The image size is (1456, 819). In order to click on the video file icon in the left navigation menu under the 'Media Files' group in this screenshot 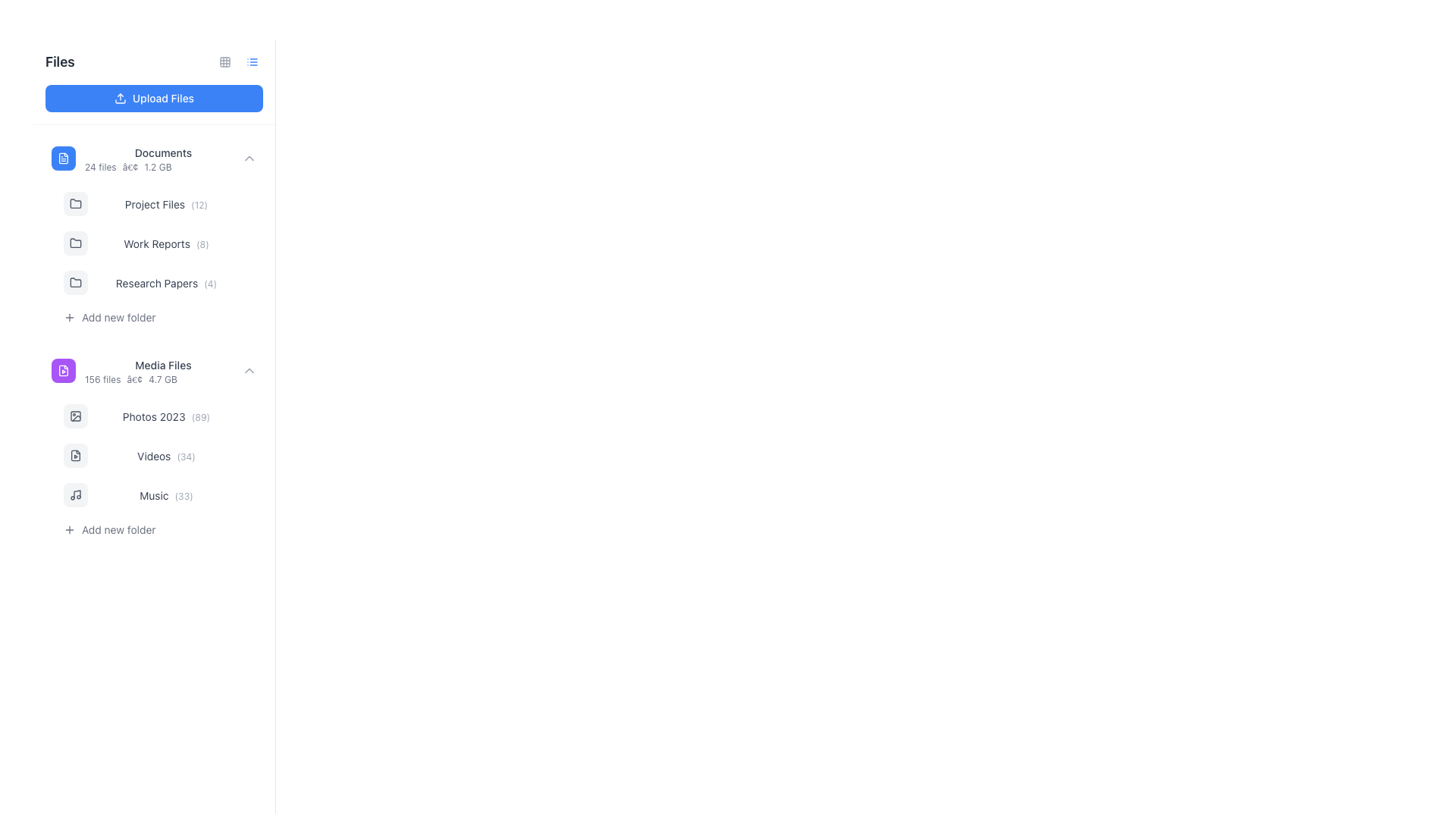, I will do `click(75, 455)`.